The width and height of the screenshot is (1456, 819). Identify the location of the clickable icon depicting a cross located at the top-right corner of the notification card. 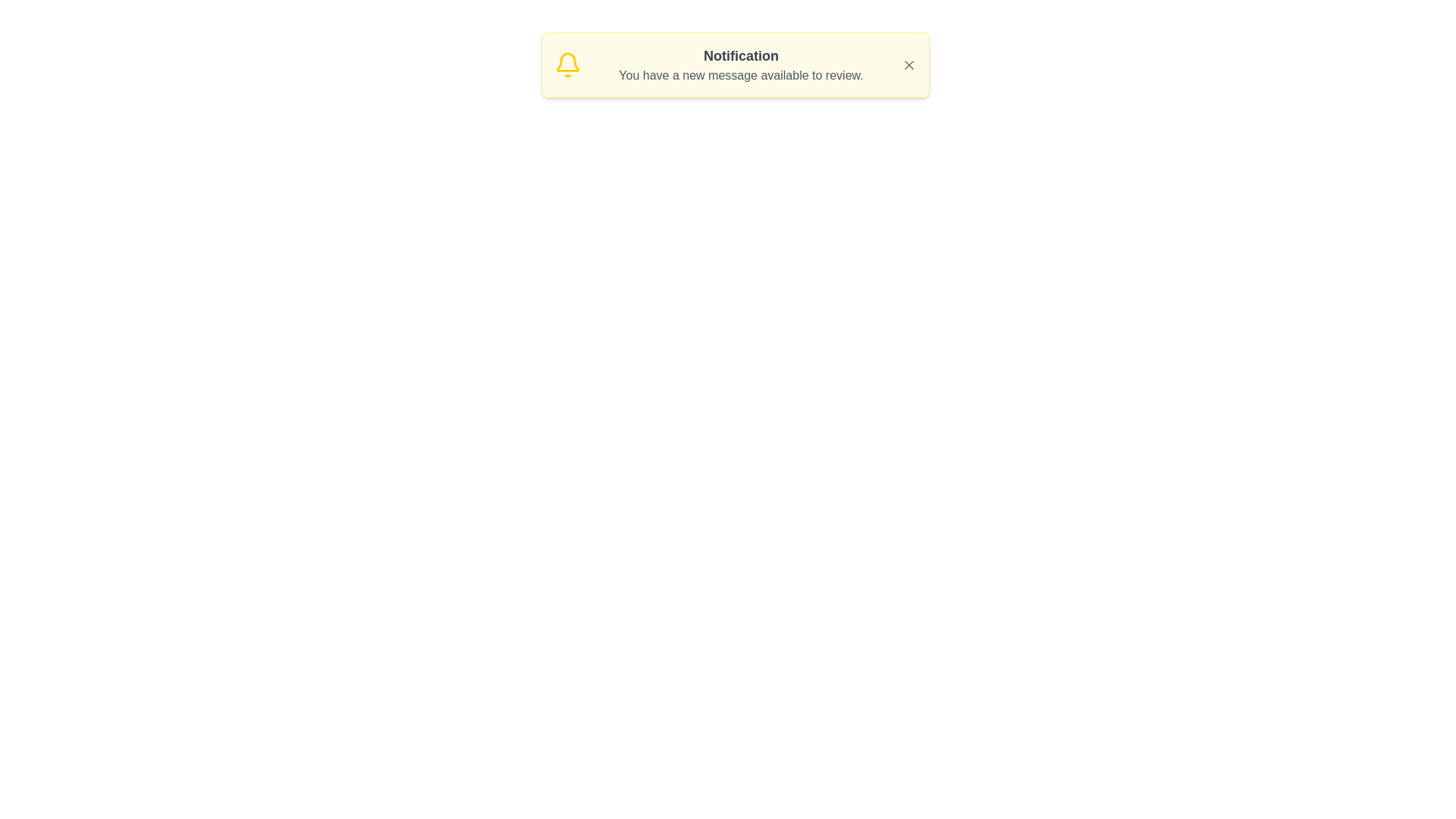
(908, 64).